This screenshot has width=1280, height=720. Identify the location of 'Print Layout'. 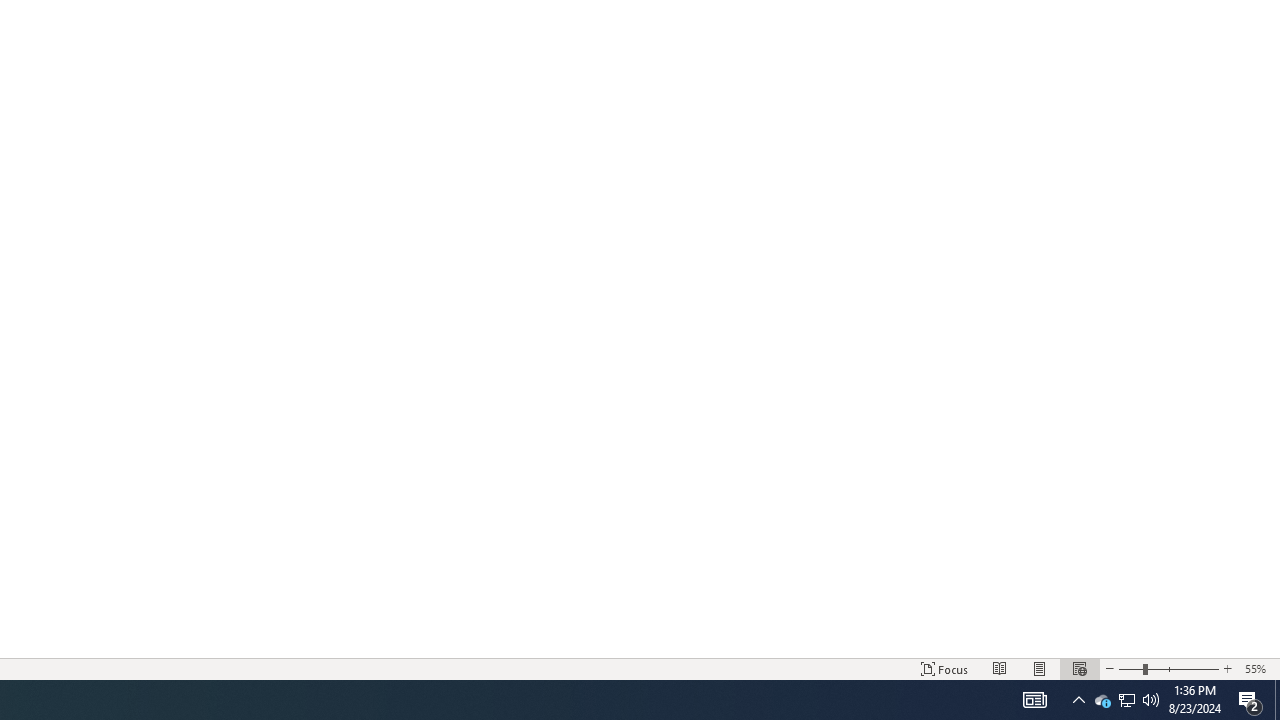
(1040, 669).